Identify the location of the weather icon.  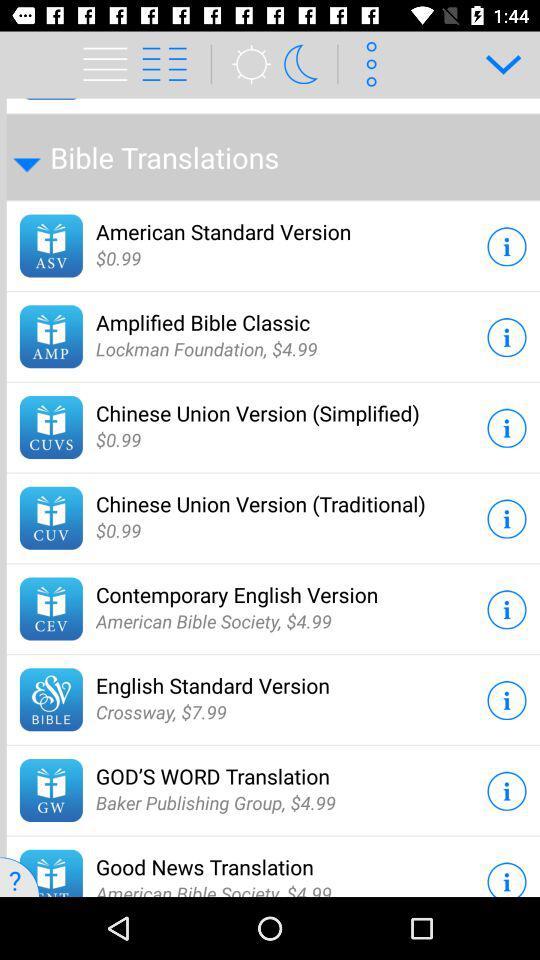
(245, 64).